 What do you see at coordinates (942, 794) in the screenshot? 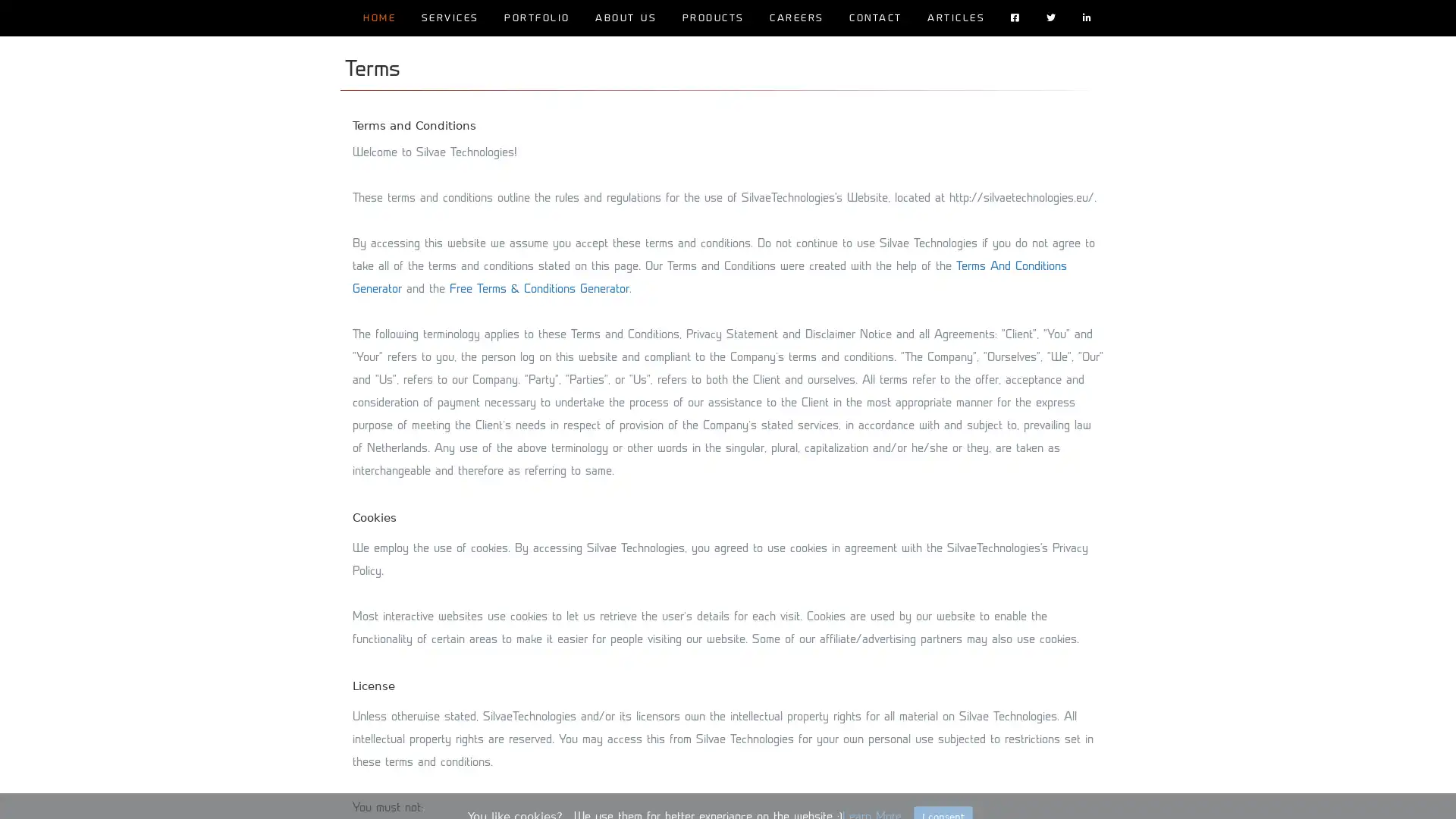
I see `Close` at bounding box center [942, 794].